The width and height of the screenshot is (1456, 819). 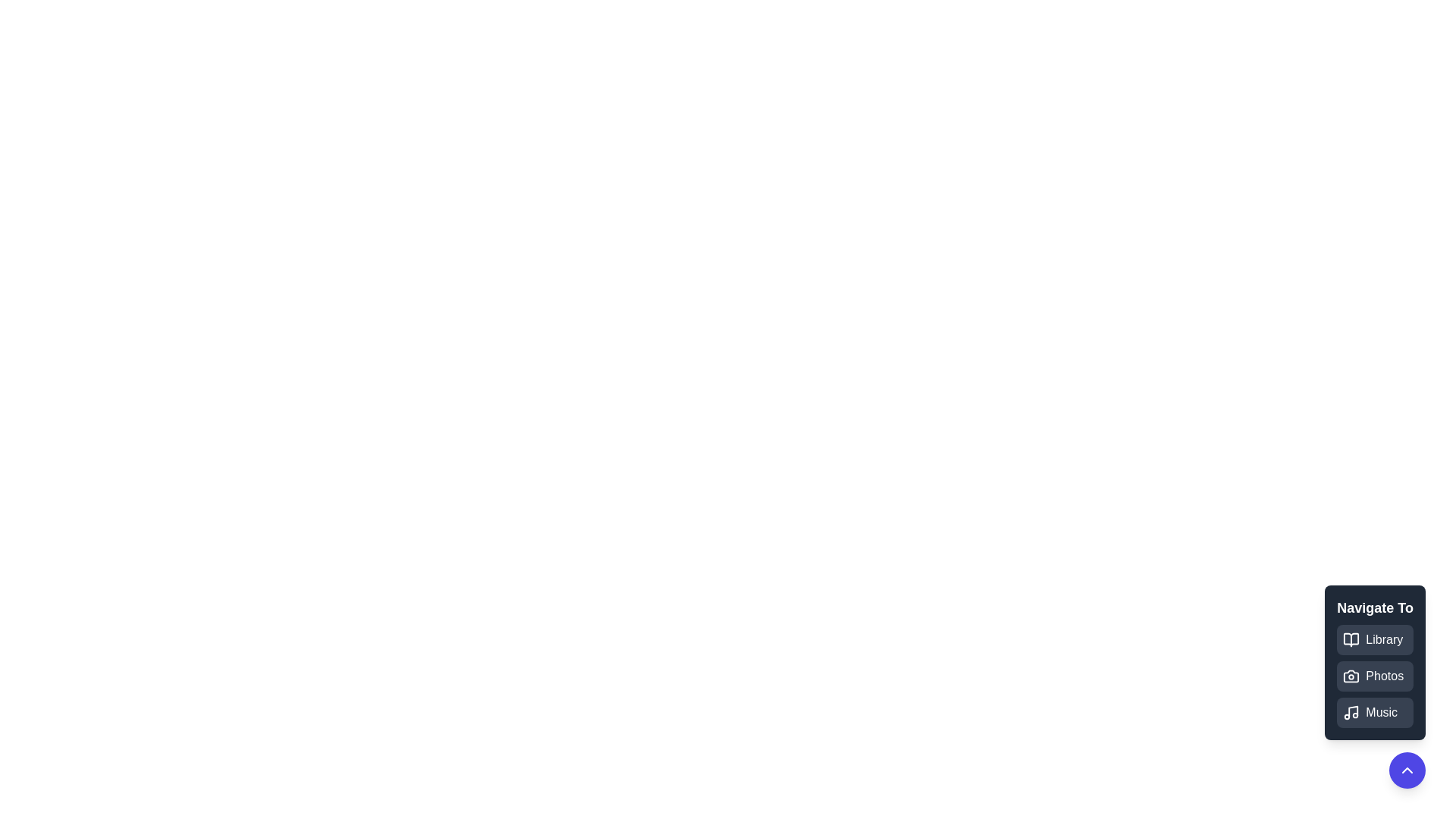 What do you see at coordinates (1375, 713) in the screenshot?
I see `the option Music from the list of available options` at bounding box center [1375, 713].